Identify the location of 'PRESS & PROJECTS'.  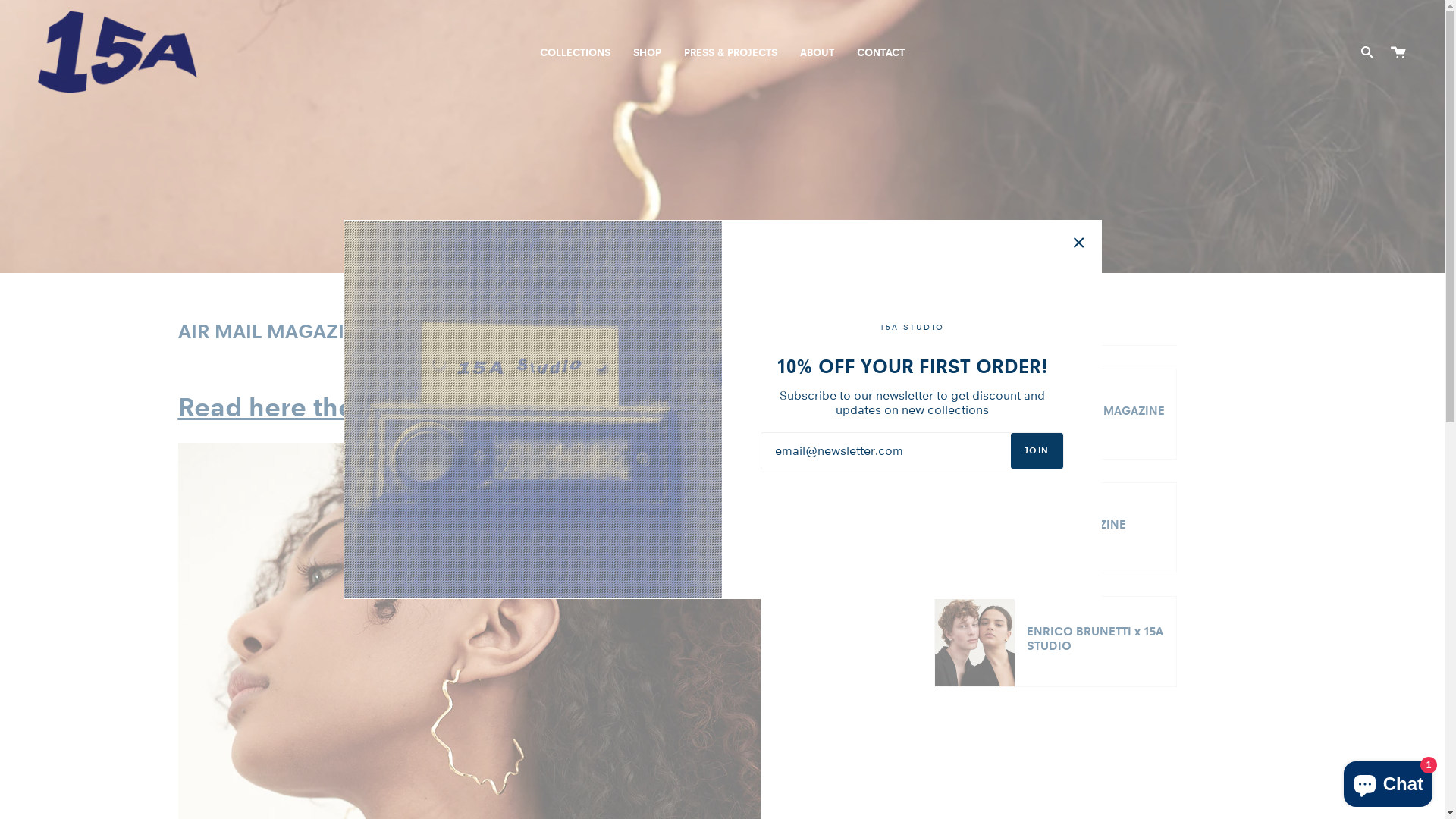
(672, 51).